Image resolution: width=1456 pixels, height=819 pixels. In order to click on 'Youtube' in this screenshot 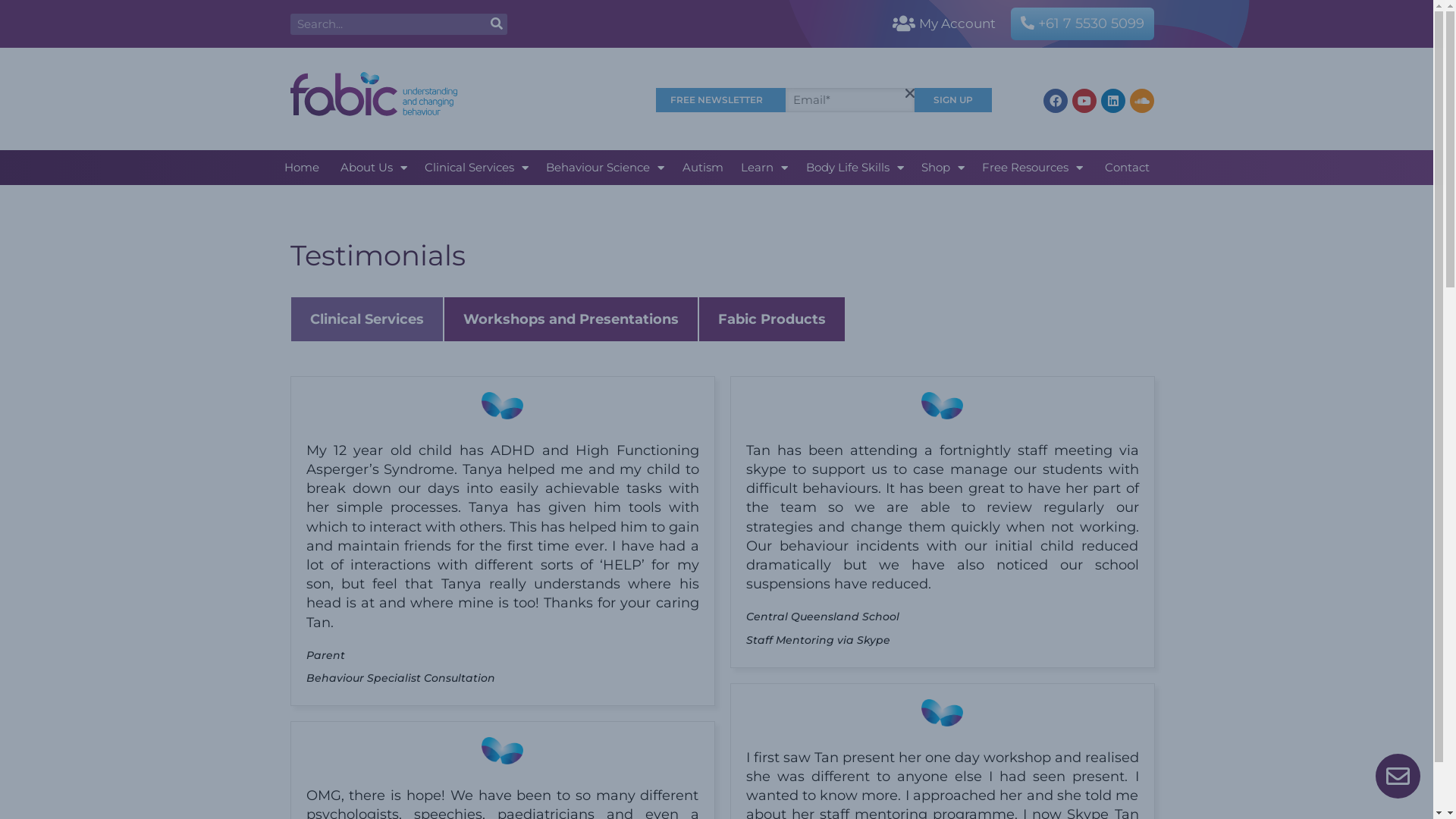, I will do `click(1084, 100)`.